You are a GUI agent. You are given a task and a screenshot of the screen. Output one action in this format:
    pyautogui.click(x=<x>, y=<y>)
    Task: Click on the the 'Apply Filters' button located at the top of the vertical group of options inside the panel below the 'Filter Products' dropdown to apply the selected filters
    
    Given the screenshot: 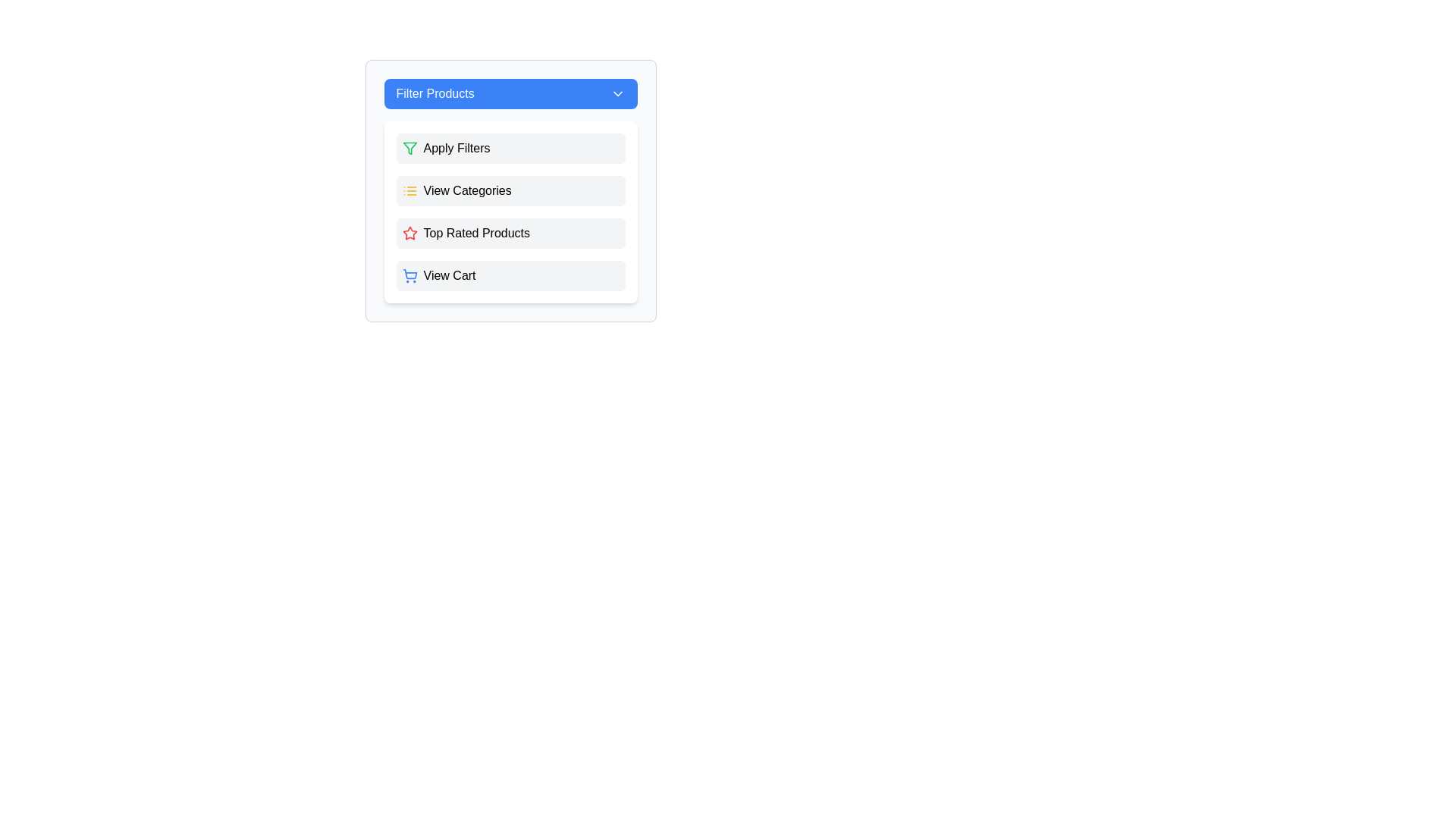 What is the action you would take?
    pyautogui.click(x=510, y=149)
    